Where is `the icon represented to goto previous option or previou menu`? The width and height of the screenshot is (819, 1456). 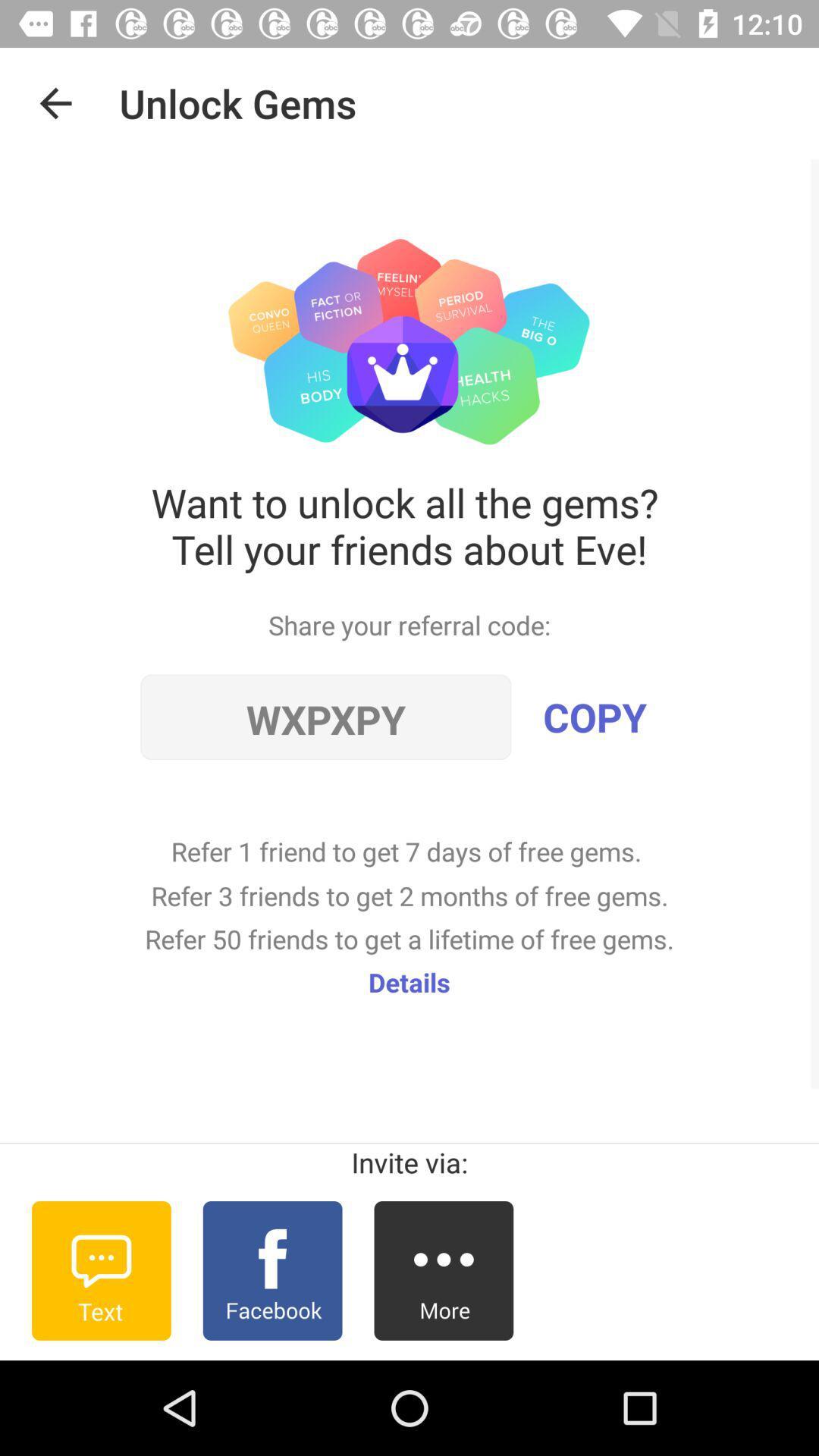
the icon represented to goto previous option or previou menu is located at coordinates (55, 102).